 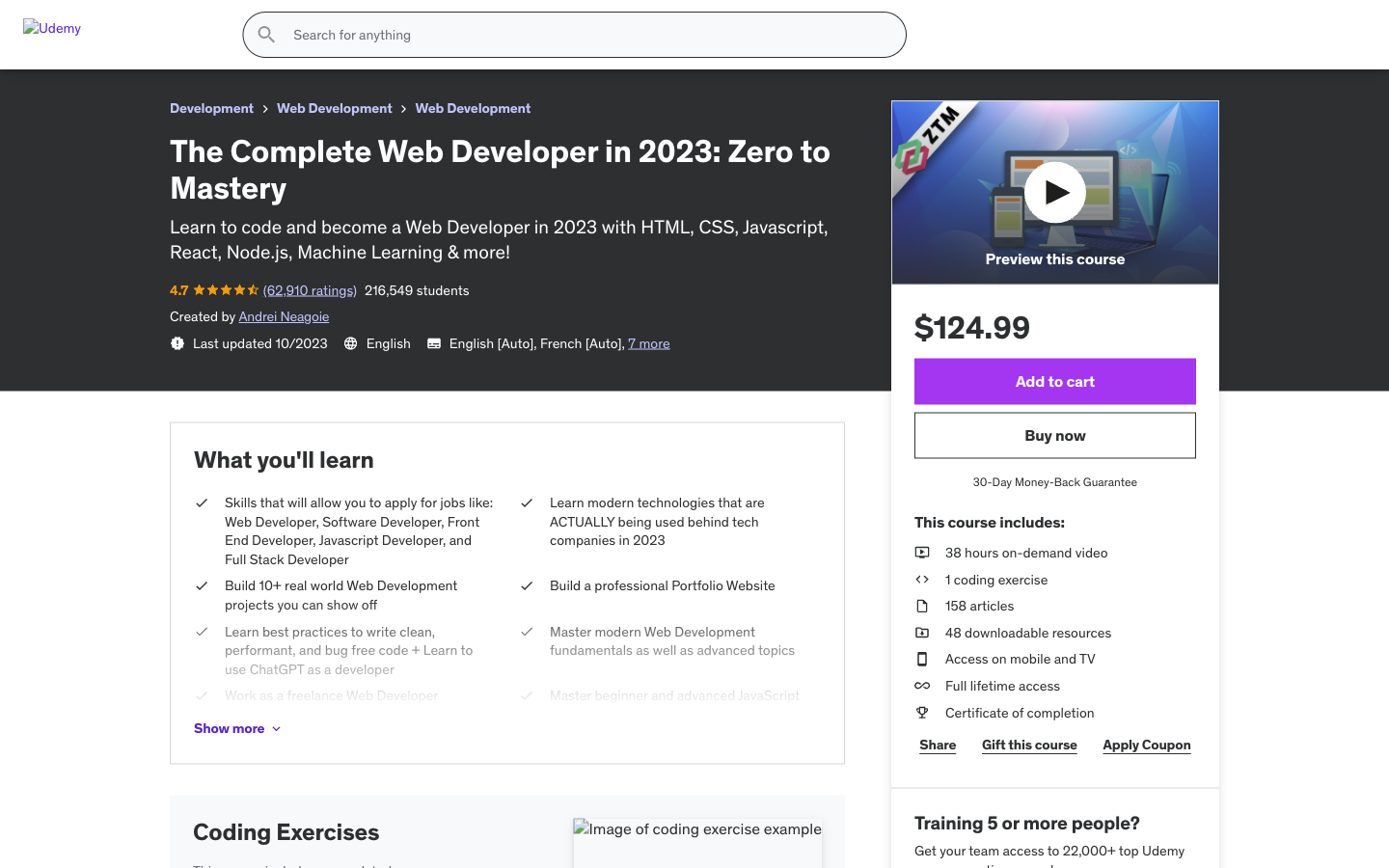 I want to click on Search the first popular topic, so click(x=1155, y=99).